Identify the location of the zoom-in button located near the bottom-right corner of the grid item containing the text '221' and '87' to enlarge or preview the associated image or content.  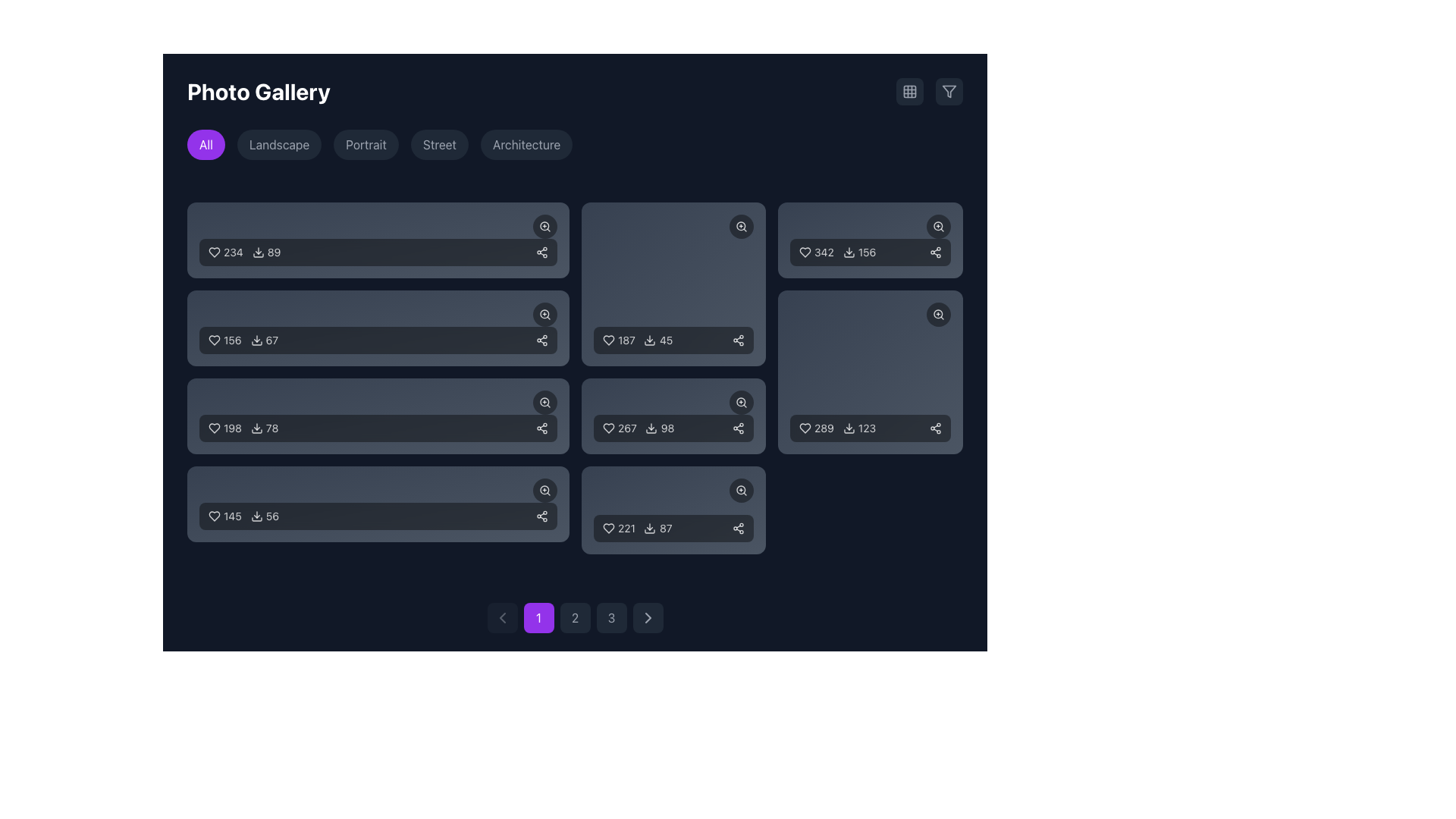
(742, 491).